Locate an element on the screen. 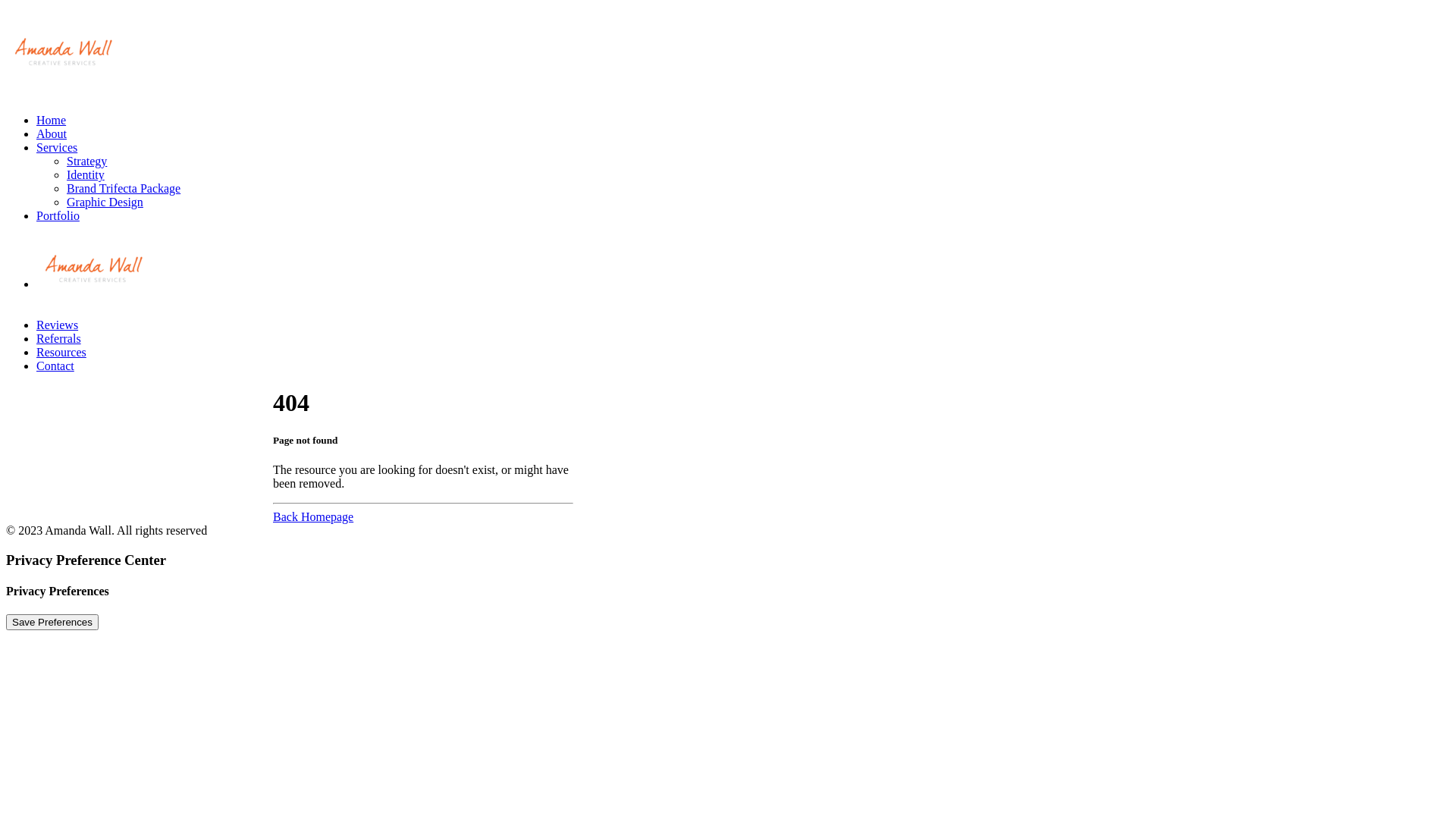  'Resources' is located at coordinates (61, 352).